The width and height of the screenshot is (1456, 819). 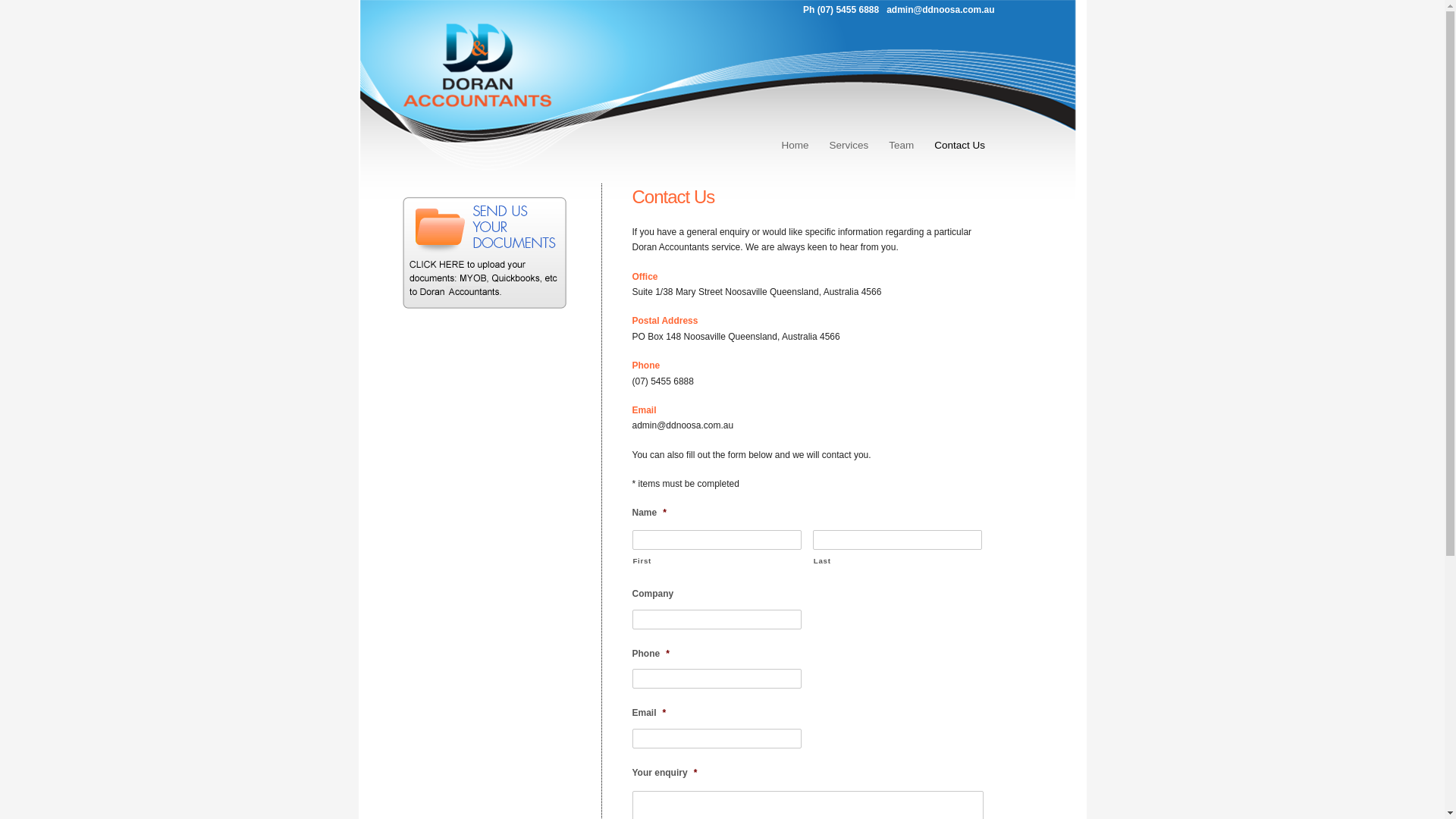 I want to click on 'Contact Us', so click(x=924, y=145).